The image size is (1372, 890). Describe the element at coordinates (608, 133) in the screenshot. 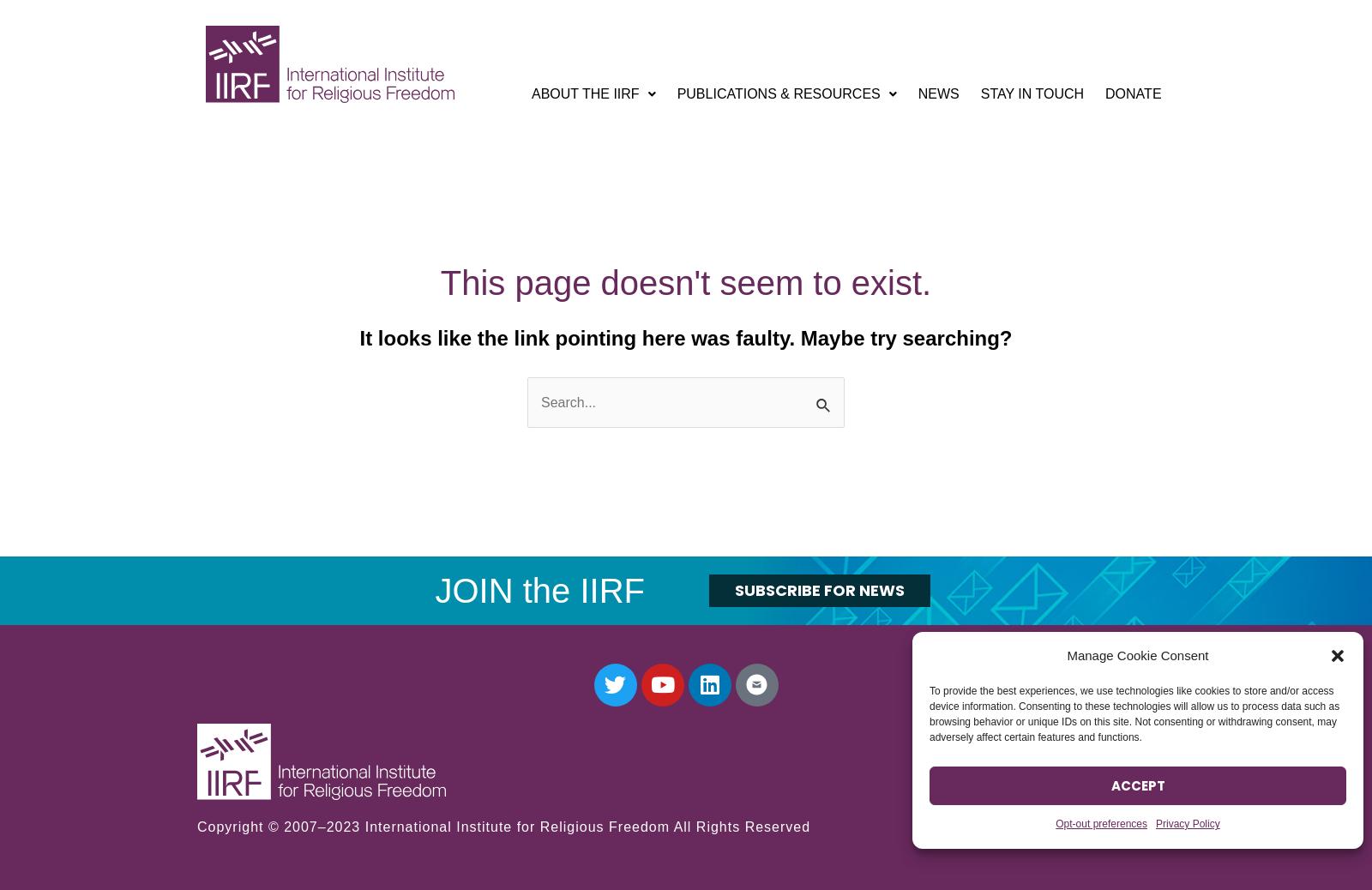

I see `'Vision & Mission'` at that location.